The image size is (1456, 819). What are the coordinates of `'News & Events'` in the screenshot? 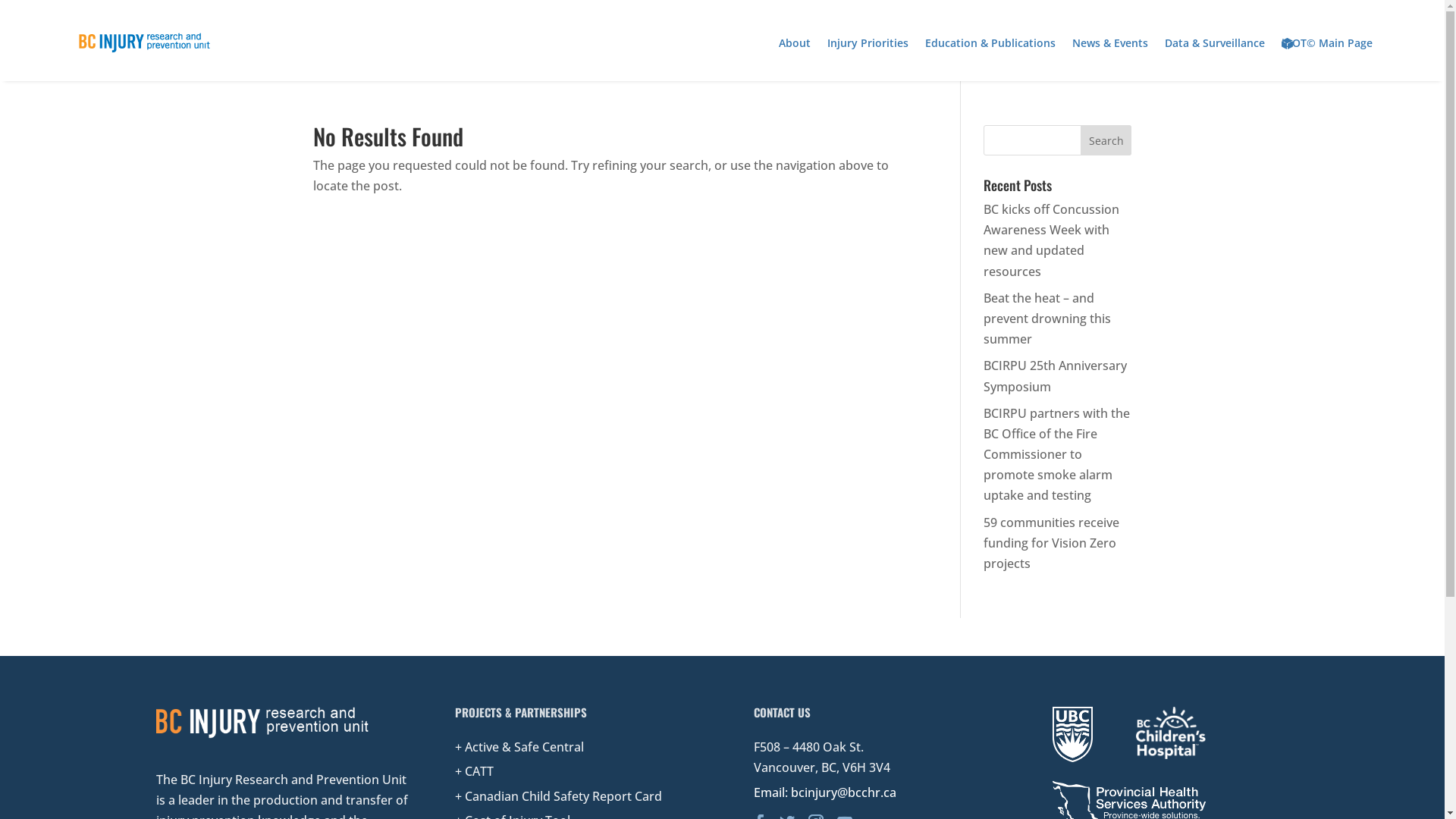 It's located at (1110, 42).